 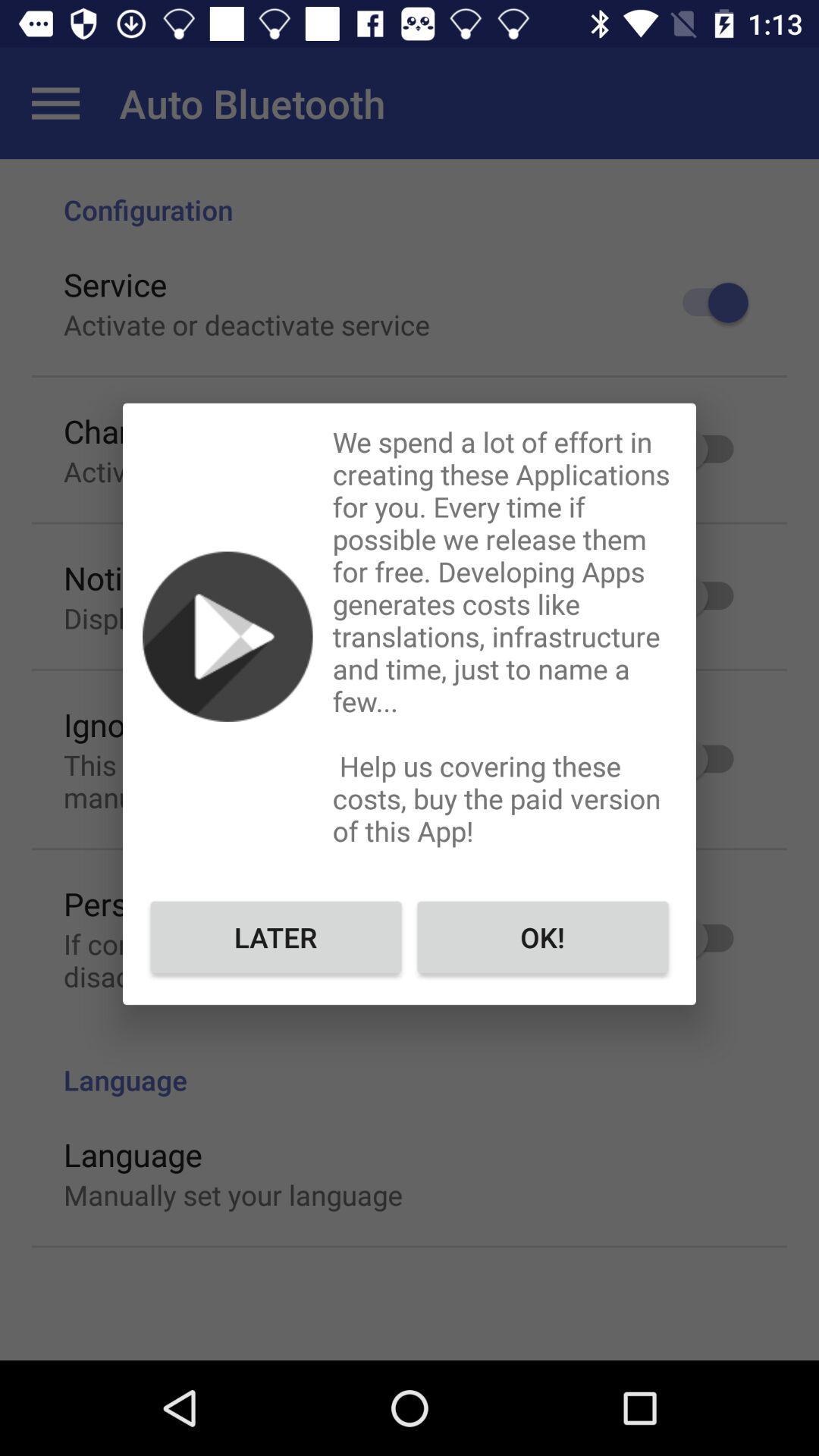 What do you see at coordinates (276, 936) in the screenshot?
I see `the icon to the left of ok! icon` at bounding box center [276, 936].